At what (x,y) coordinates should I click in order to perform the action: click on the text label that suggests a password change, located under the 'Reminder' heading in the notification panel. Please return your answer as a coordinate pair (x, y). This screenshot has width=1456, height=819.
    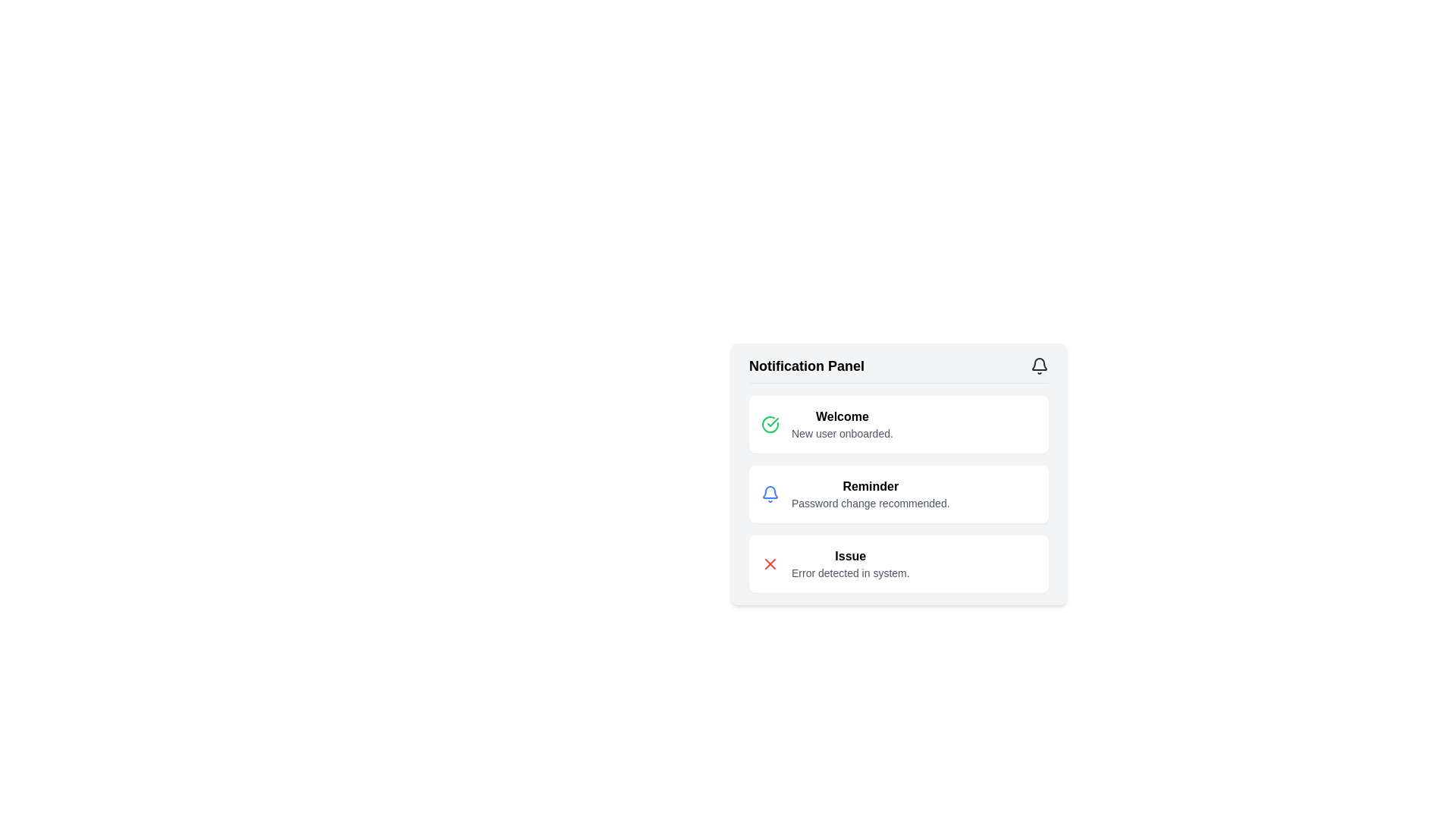
    Looking at the image, I should click on (871, 503).